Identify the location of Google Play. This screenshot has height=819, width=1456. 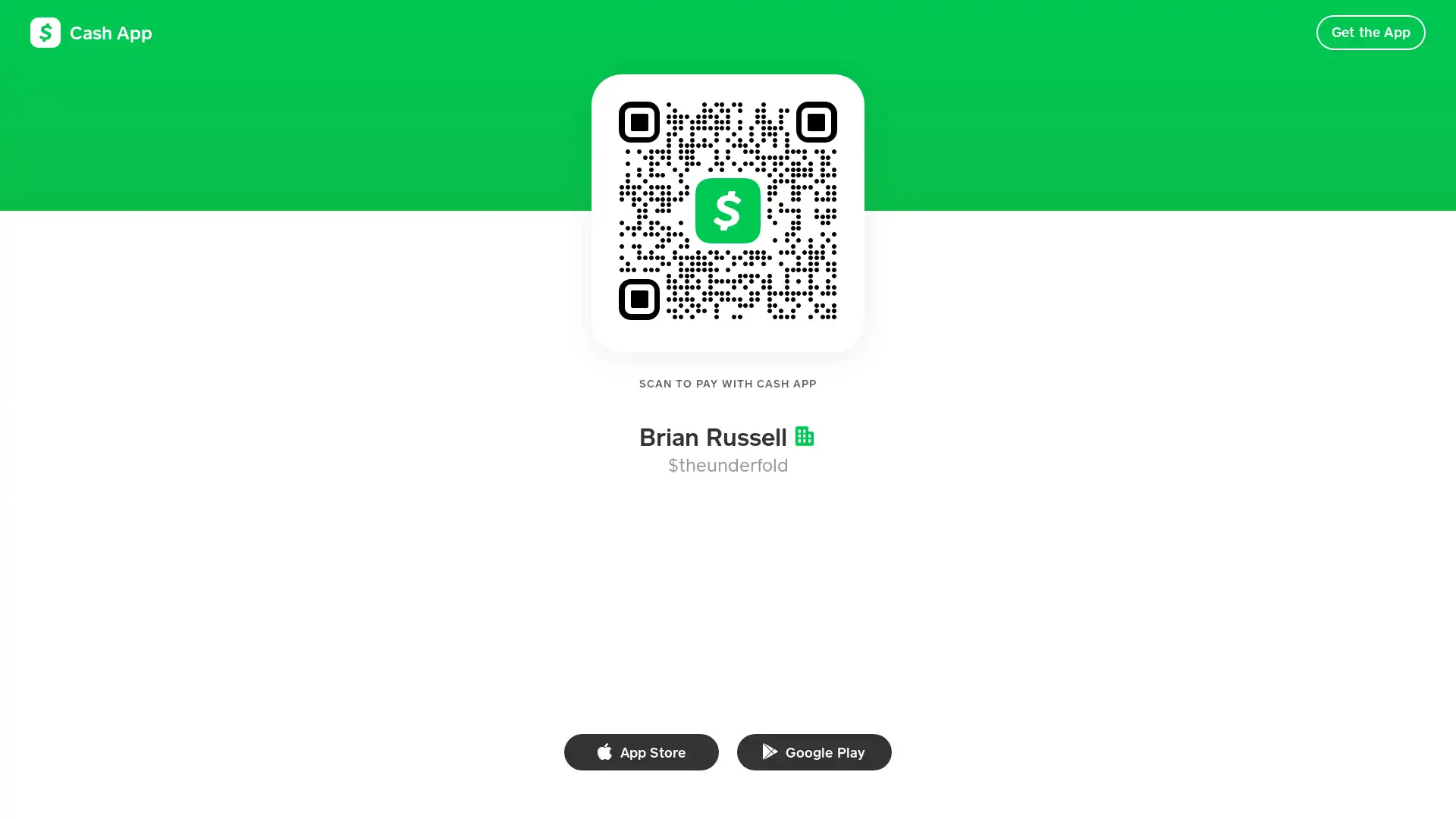
(814, 752).